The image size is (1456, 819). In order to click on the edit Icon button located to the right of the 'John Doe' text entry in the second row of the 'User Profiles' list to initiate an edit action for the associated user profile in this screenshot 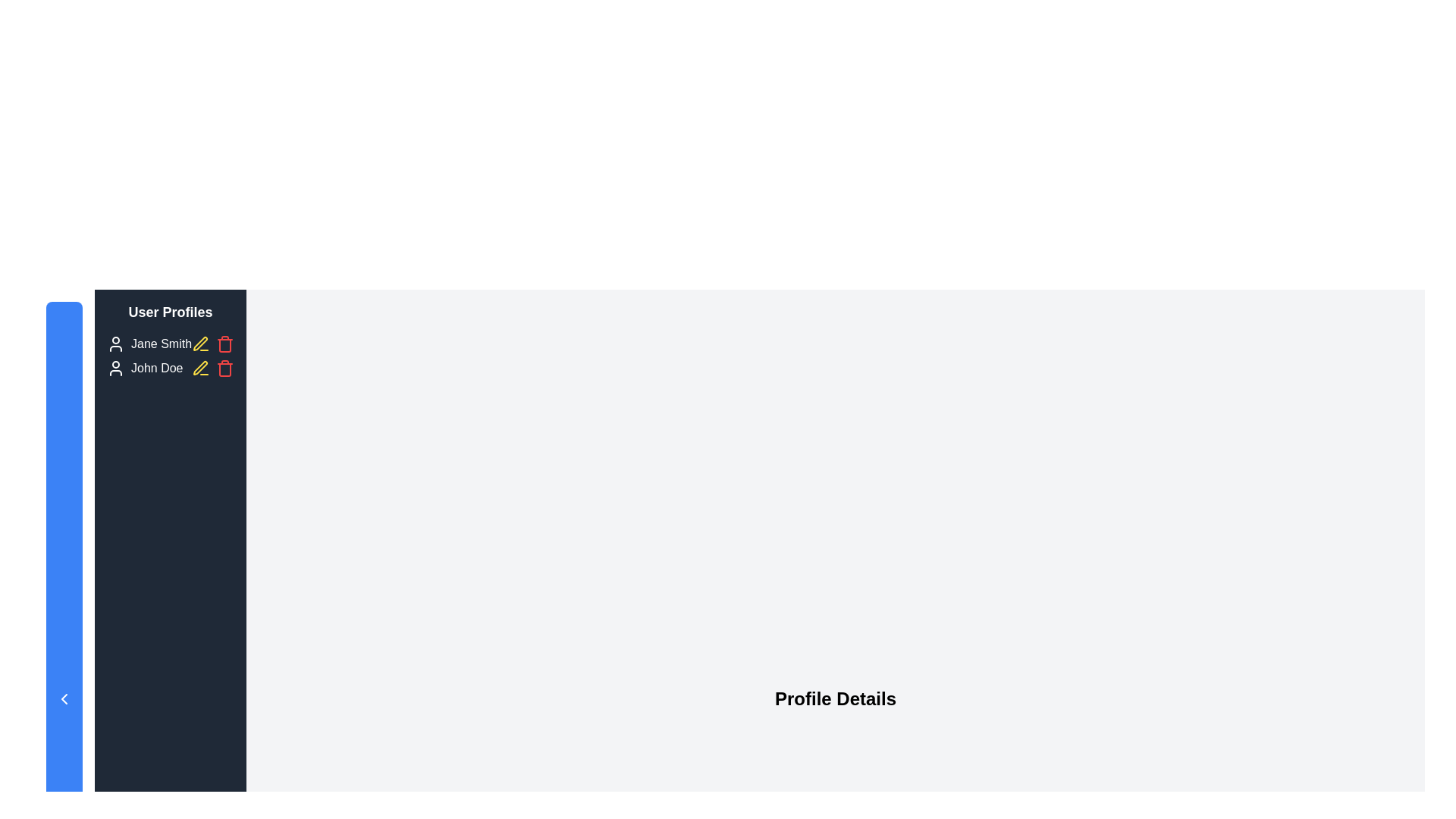, I will do `click(199, 369)`.